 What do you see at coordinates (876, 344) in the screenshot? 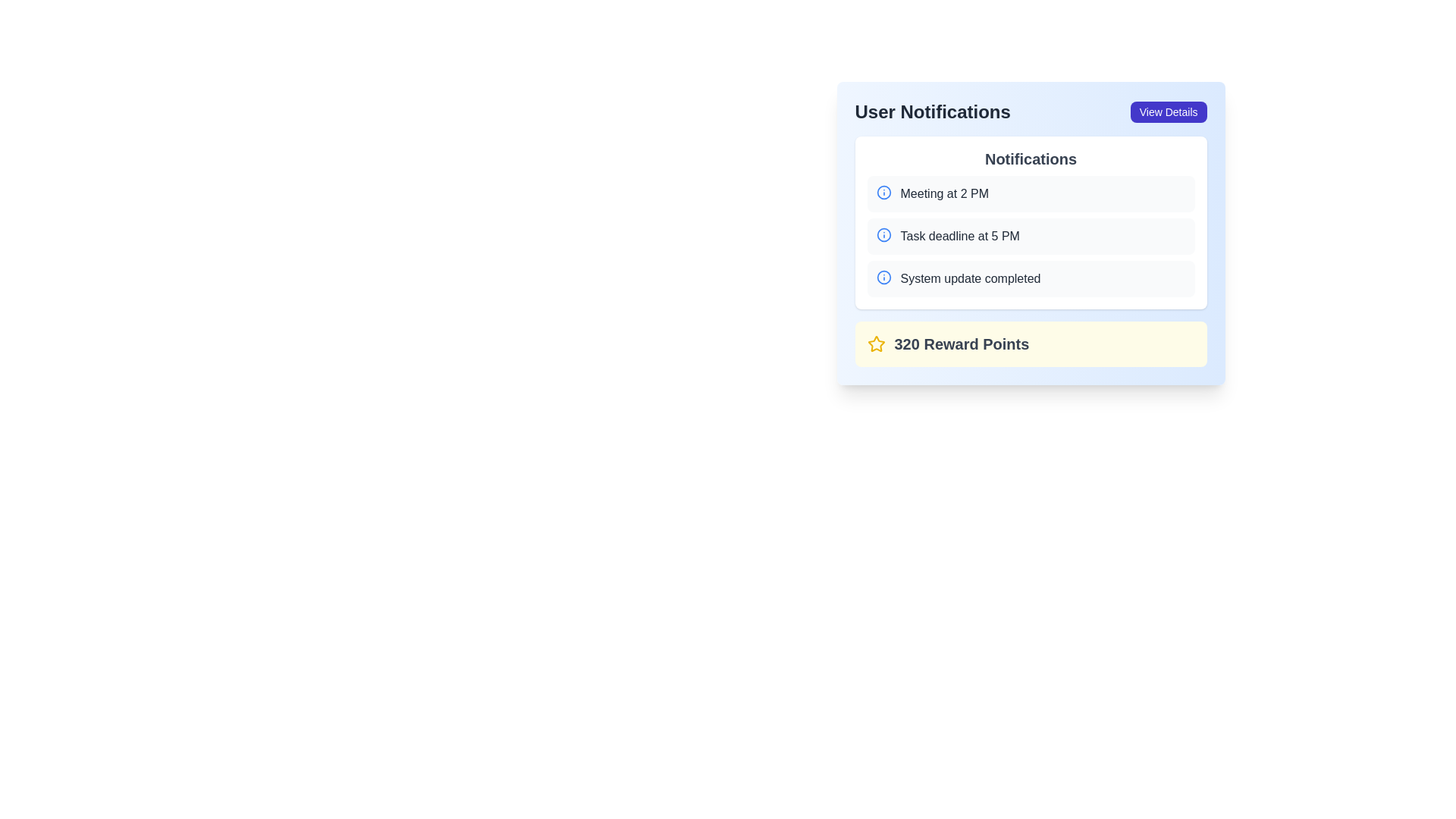
I see `the yellow outlined star icon indicating reward points, located next to the text '320 Reward Points'` at bounding box center [876, 344].